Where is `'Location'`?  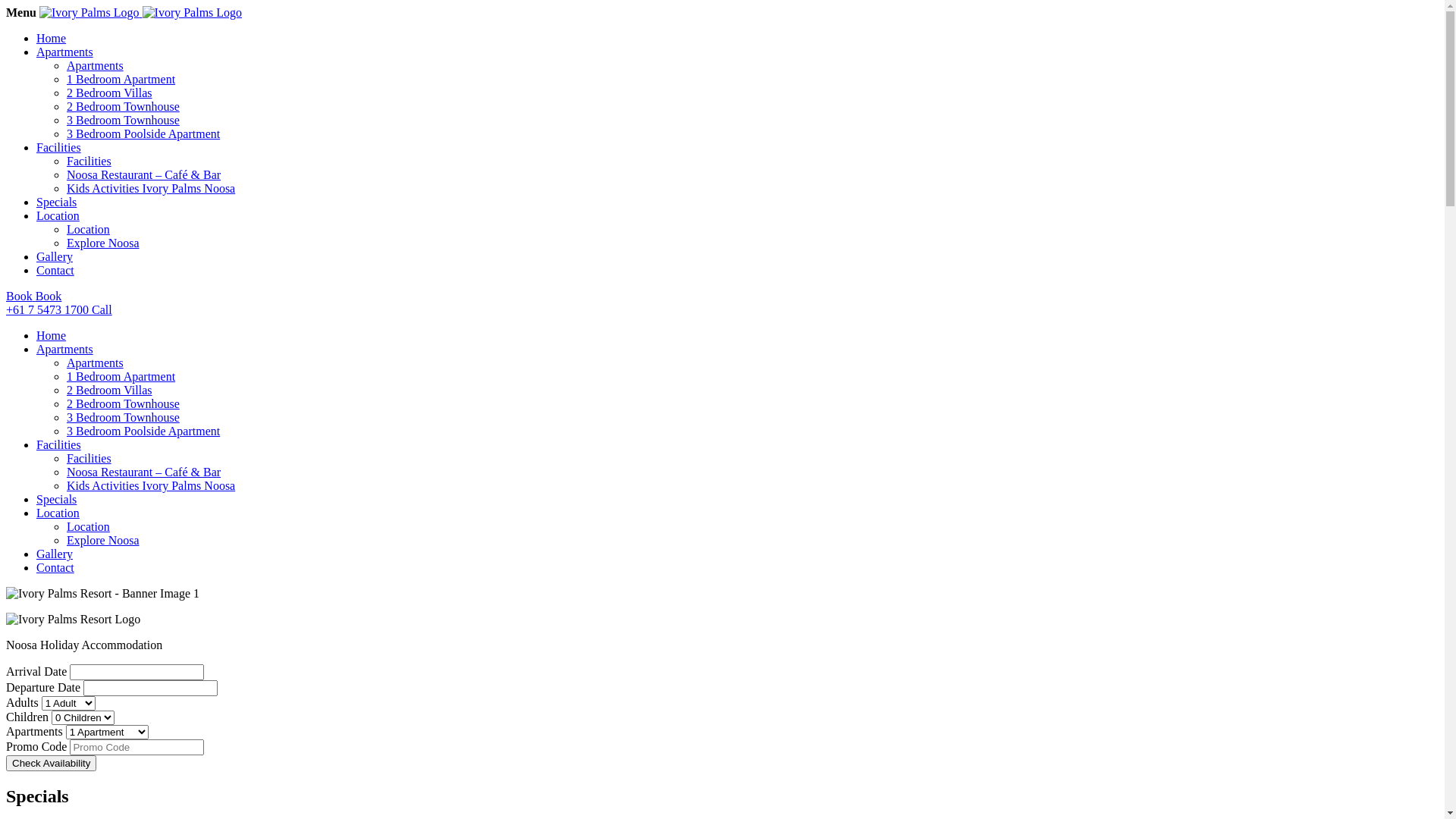
'Location' is located at coordinates (65, 229).